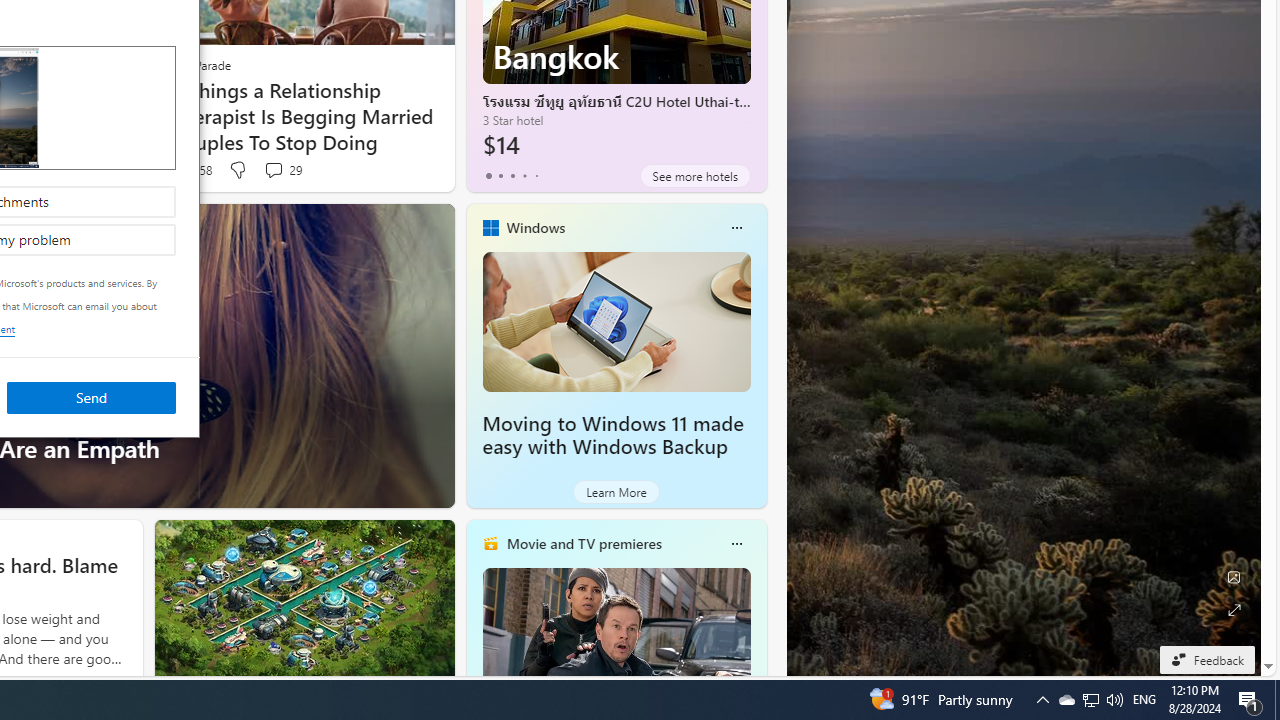 The width and height of the screenshot is (1280, 720). What do you see at coordinates (535, 226) in the screenshot?
I see `'Windows'` at bounding box center [535, 226].